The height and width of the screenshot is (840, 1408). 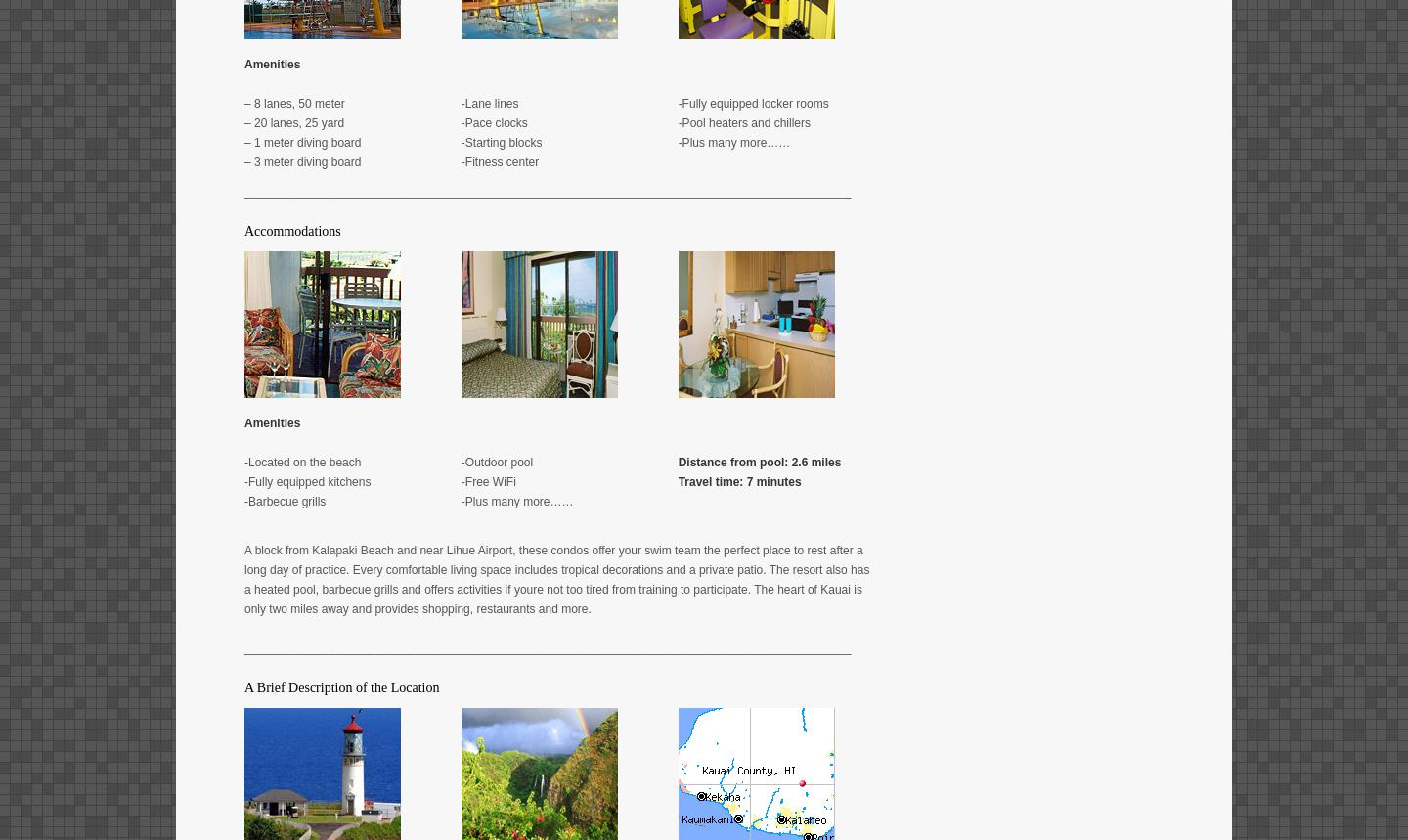 What do you see at coordinates (493, 123) in the screenshot?
I see `'-Pace clocks'` at bounding box center [493, 123].